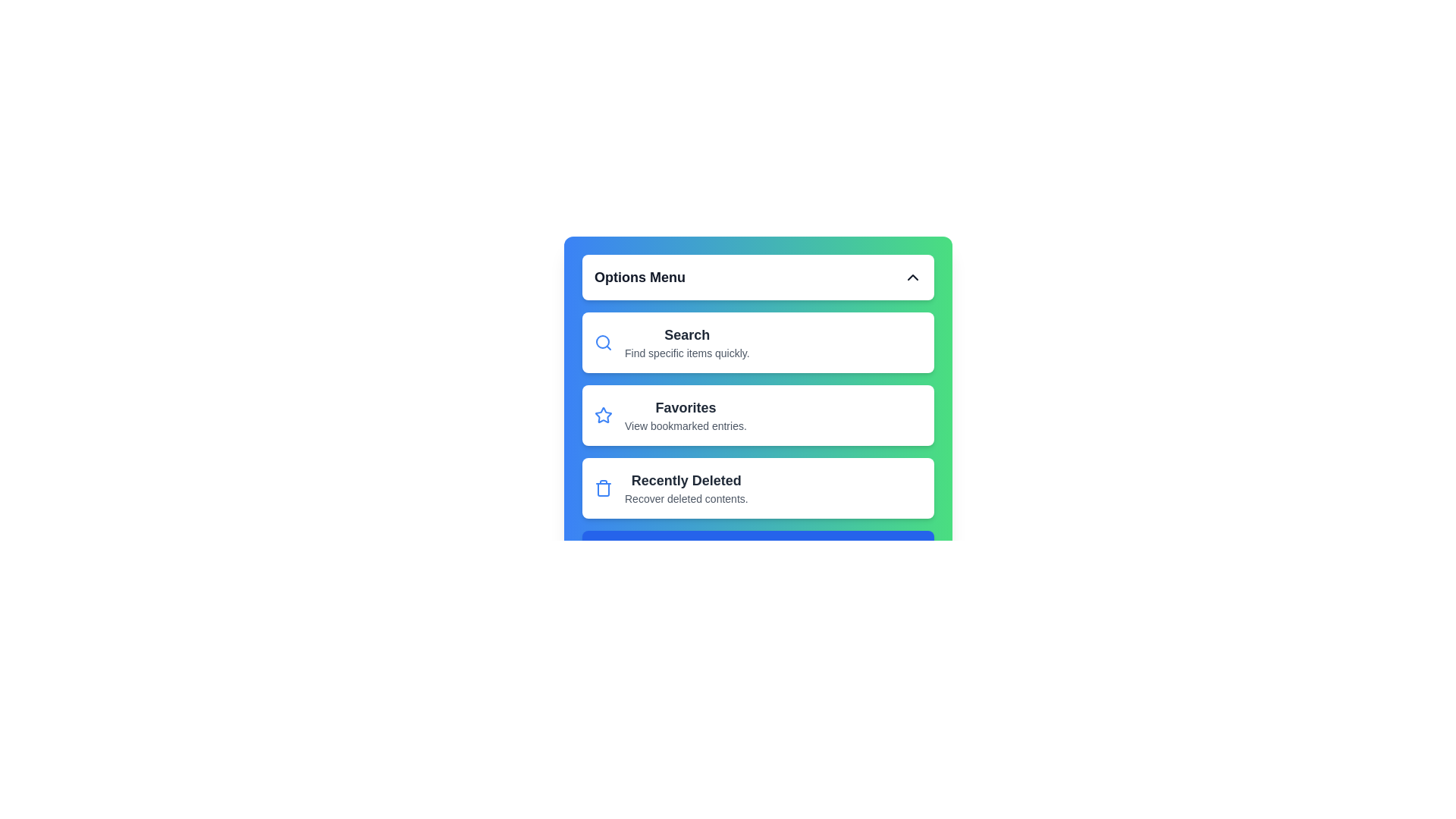  Describe the element at coordinates (686, 353) in the screenshot. I see `the text label displaying 'Find specific items quickly.' which is located directly below the 'Search' heading in the UI` at that location.